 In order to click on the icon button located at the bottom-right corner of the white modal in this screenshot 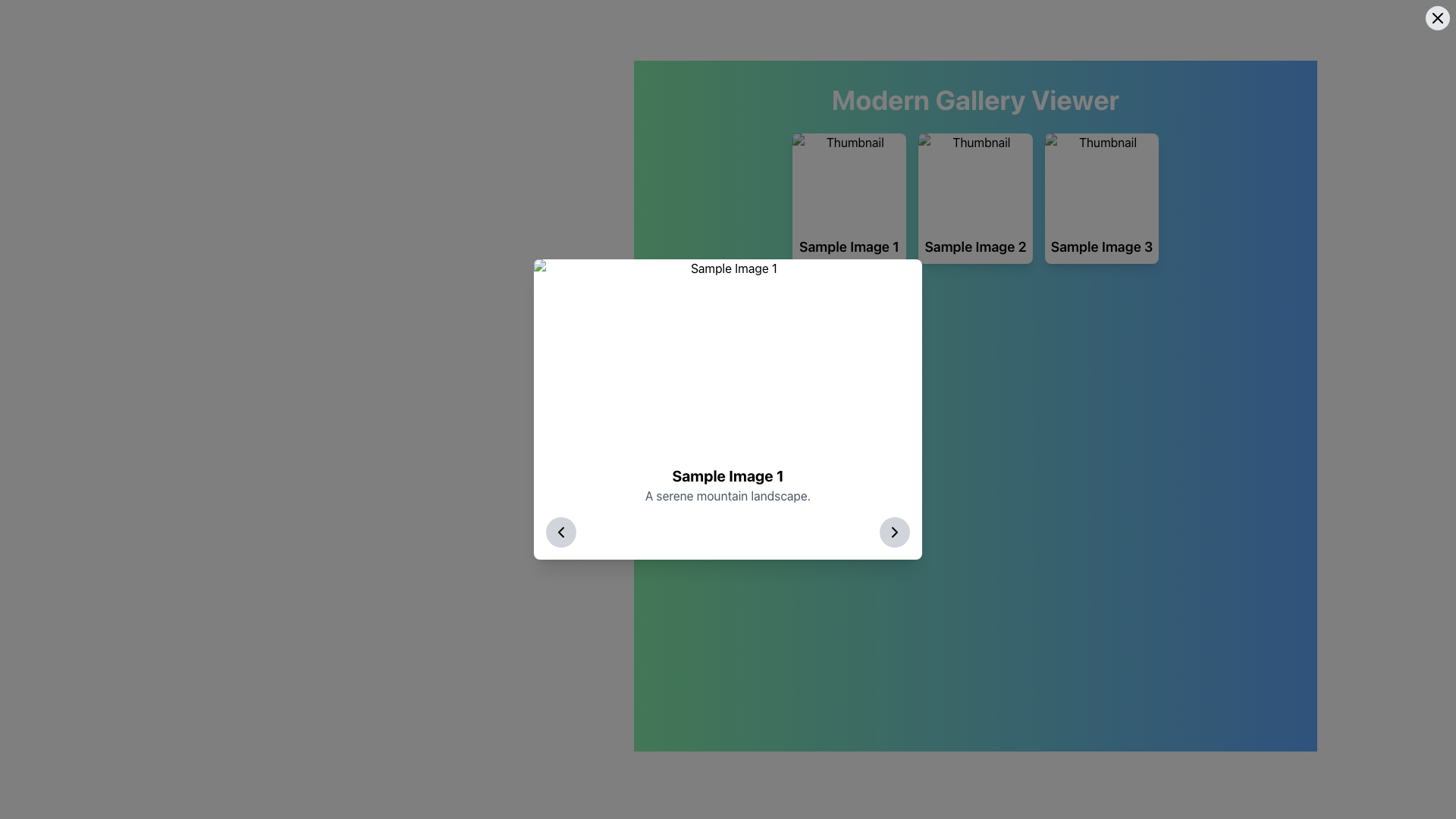, I will do `click(895, 532)`.